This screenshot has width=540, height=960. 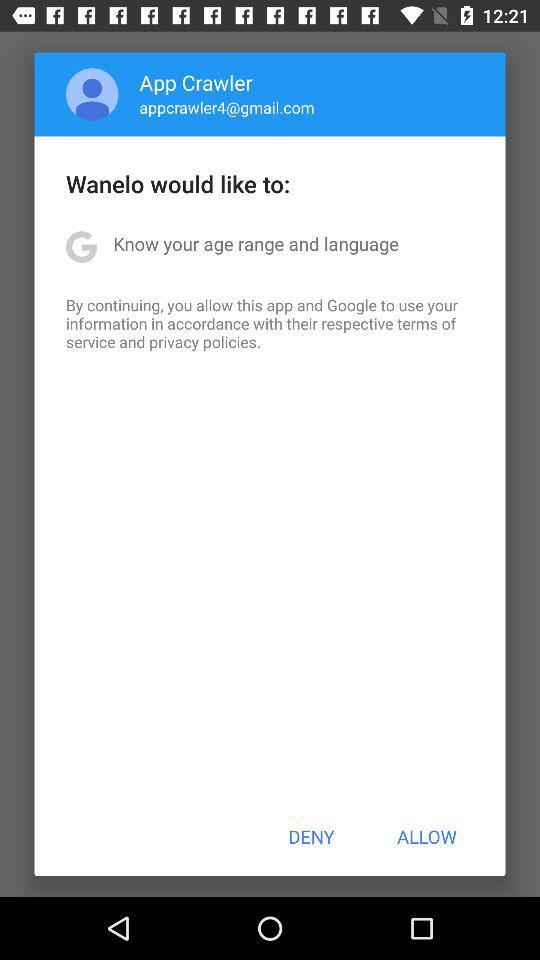 What do you see at coordinates (311, 836) in the screenshot?
I see `icon at the bottom` at bounding box center [311, 836].